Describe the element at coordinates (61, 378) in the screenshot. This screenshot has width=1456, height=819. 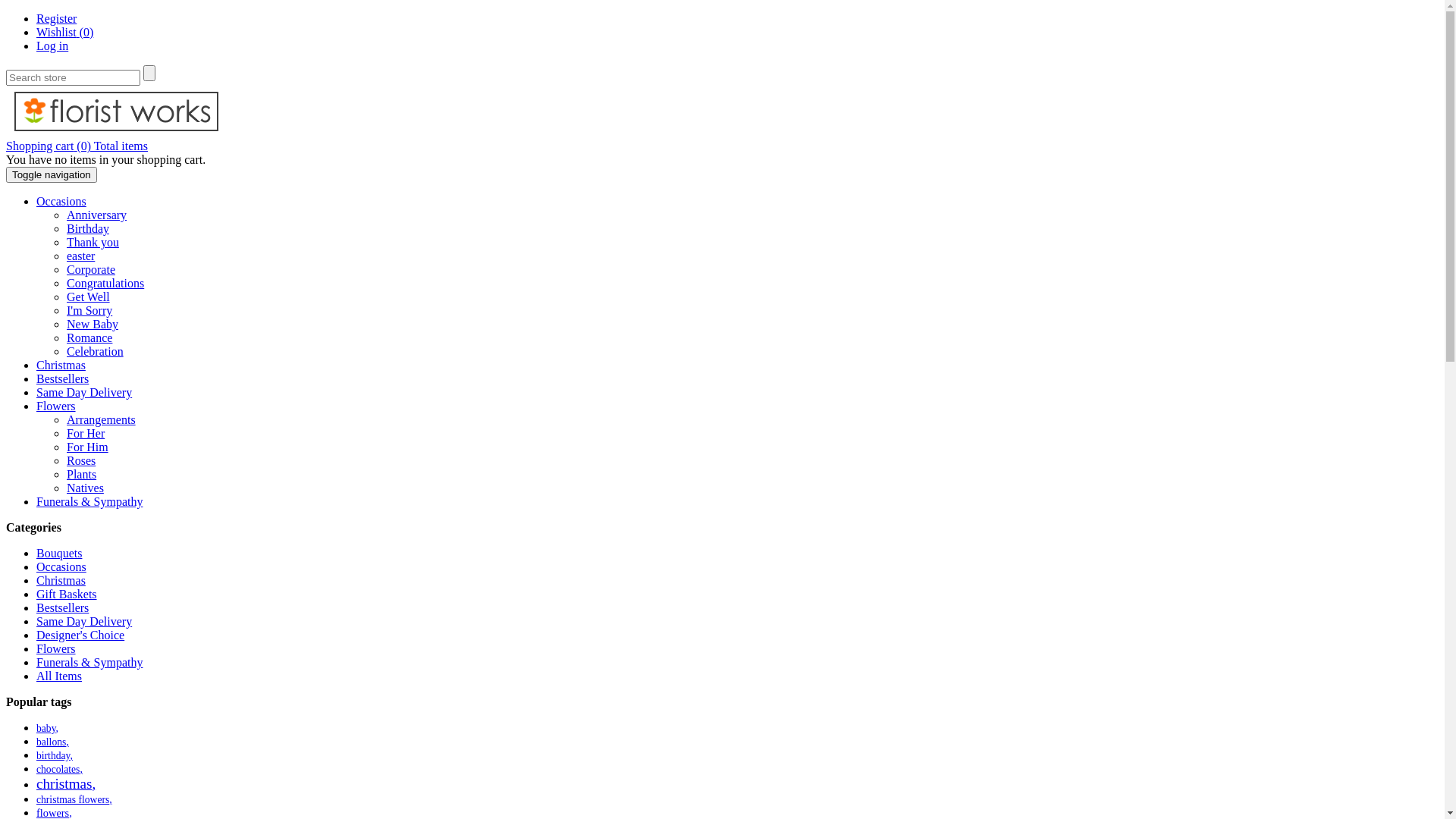
I see `'Bestsellers'` at that location.